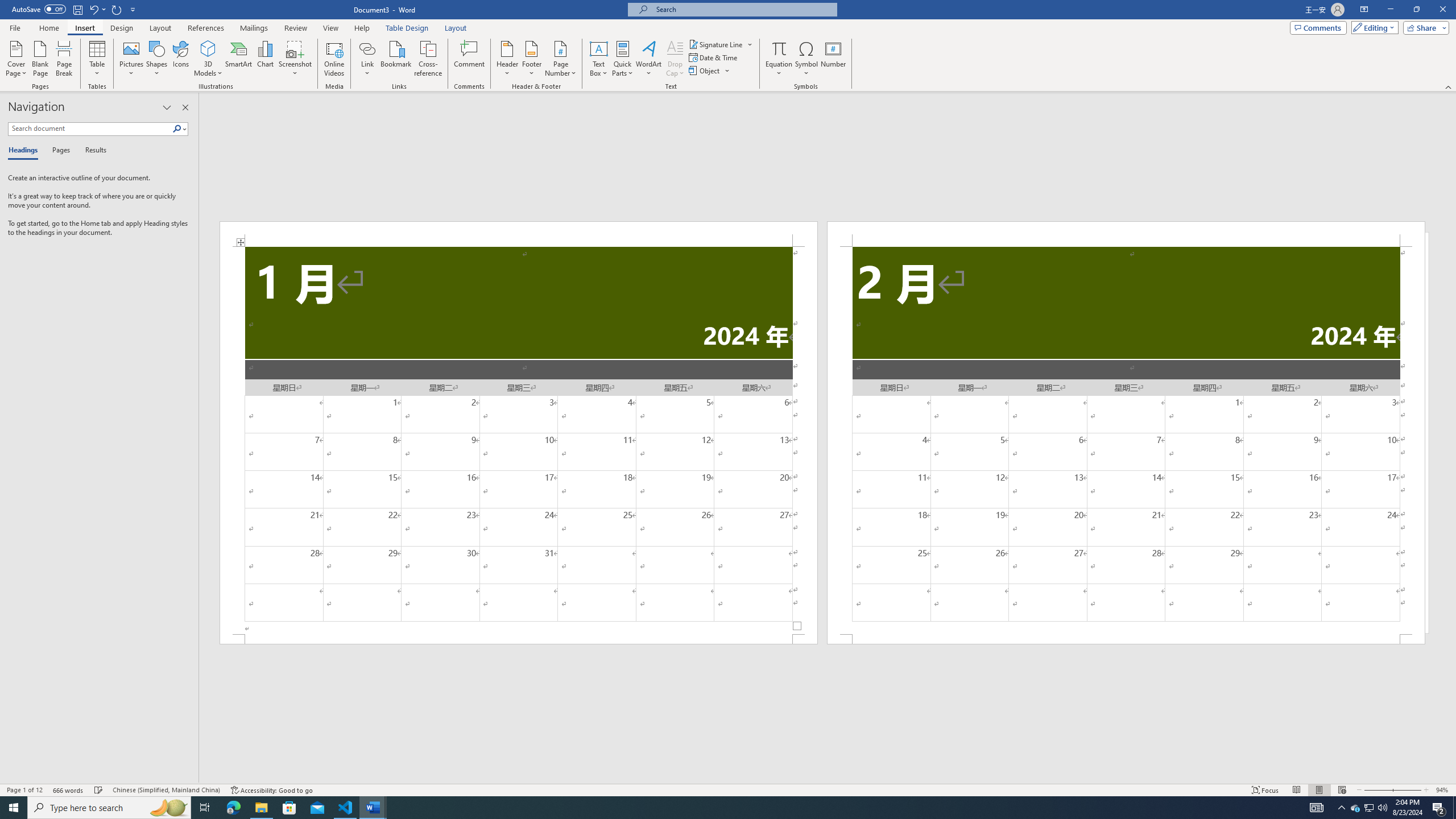 The image size is (1456, 819). Describe the element at coordinates (165, 790) in the screenshot. I see `'Language Chinese (Simplified, Mainland China)'` at that location.